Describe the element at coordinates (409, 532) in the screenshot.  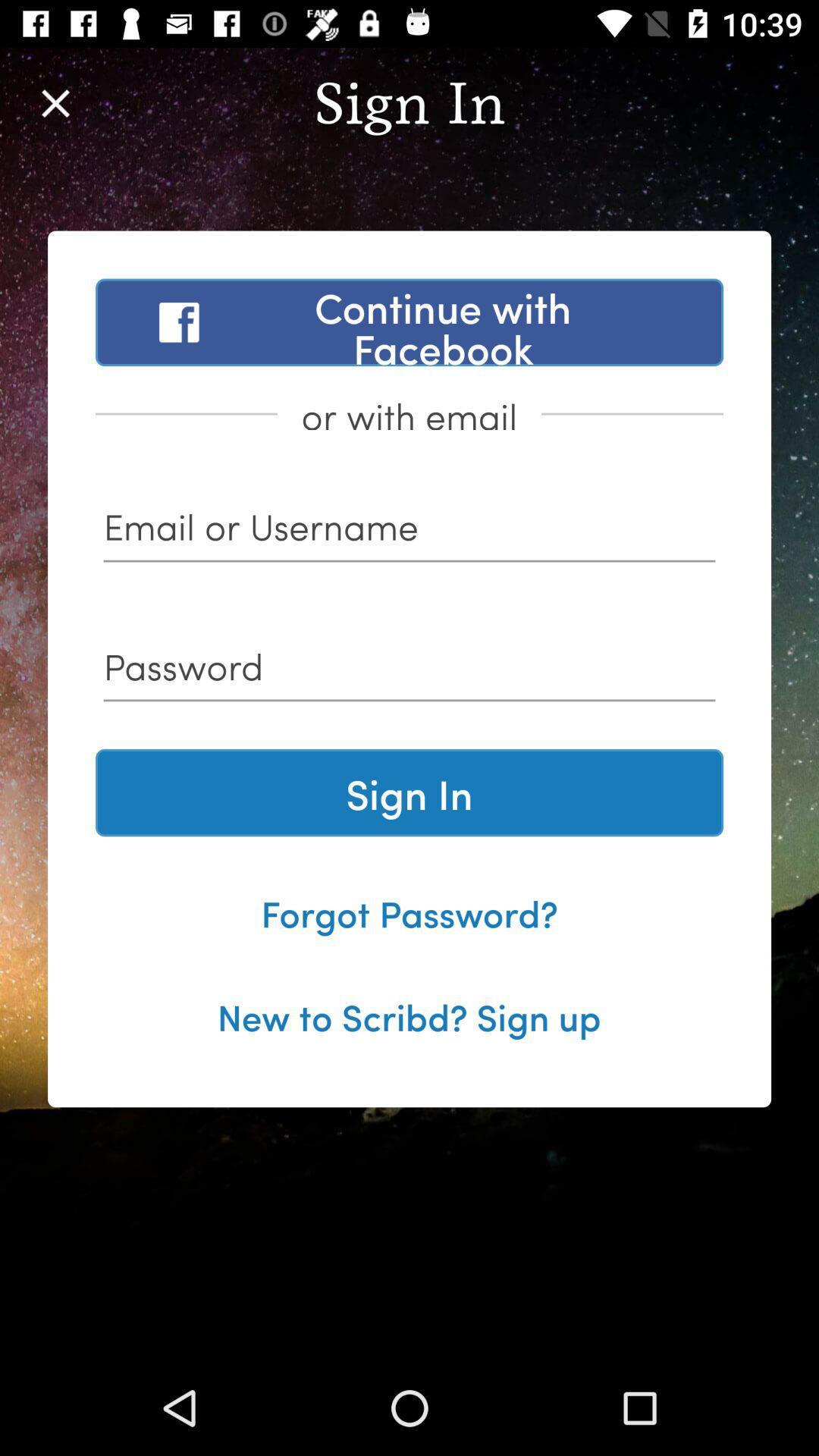
I see `email or username field` at that location.